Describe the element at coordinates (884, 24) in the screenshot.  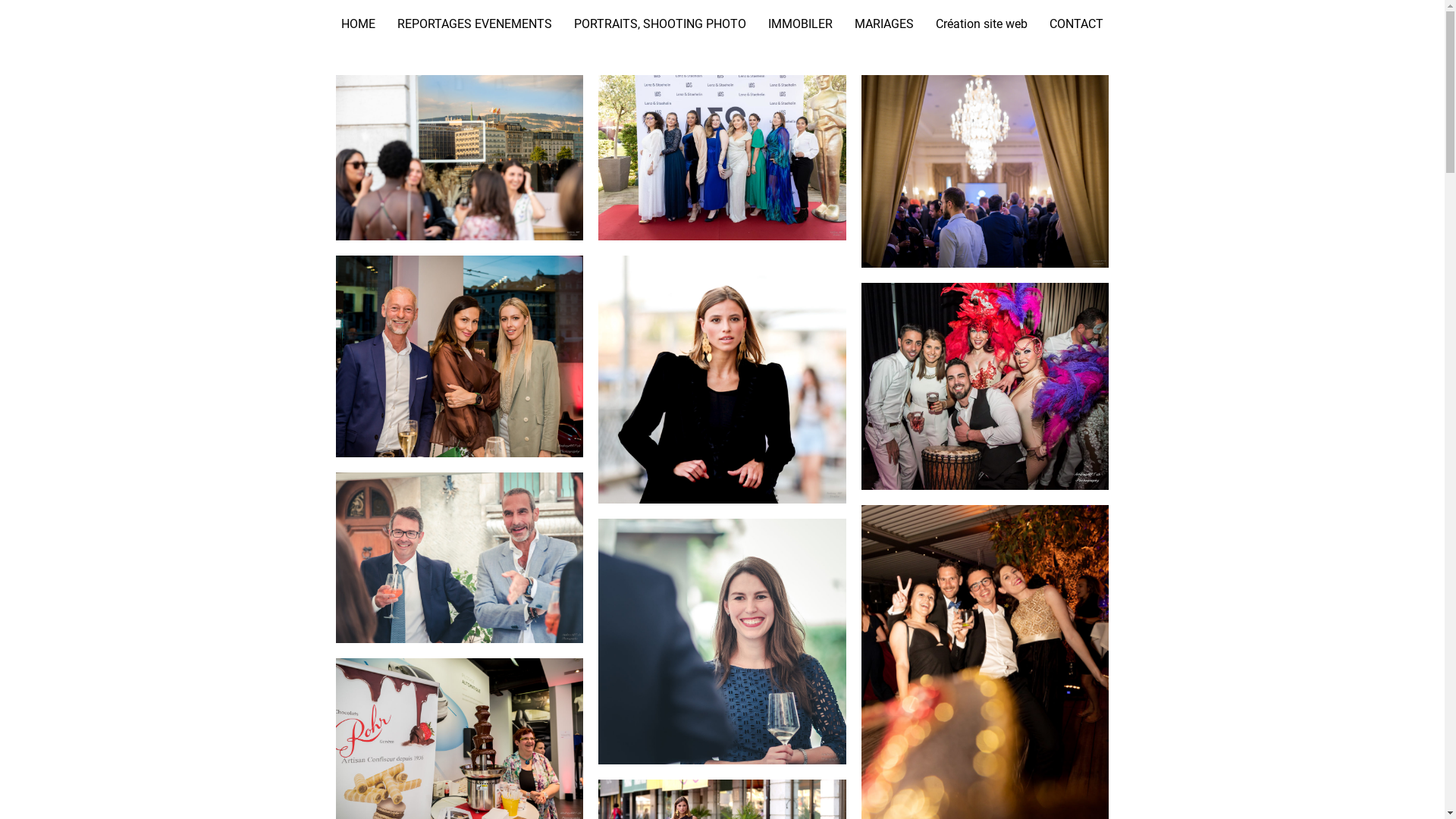
I see `'MARIAGES'` at that location.